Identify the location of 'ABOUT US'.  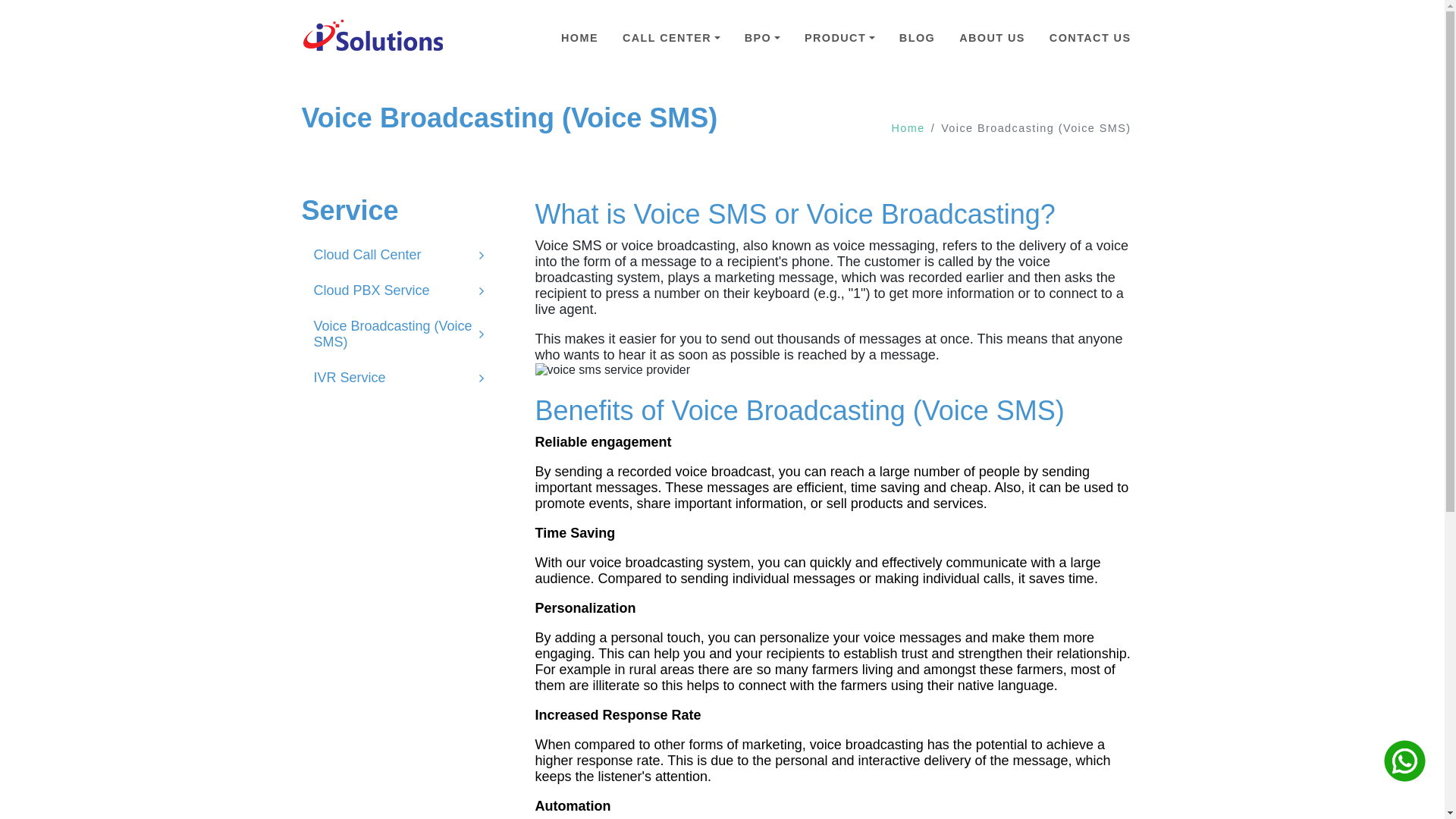
(992, 37).